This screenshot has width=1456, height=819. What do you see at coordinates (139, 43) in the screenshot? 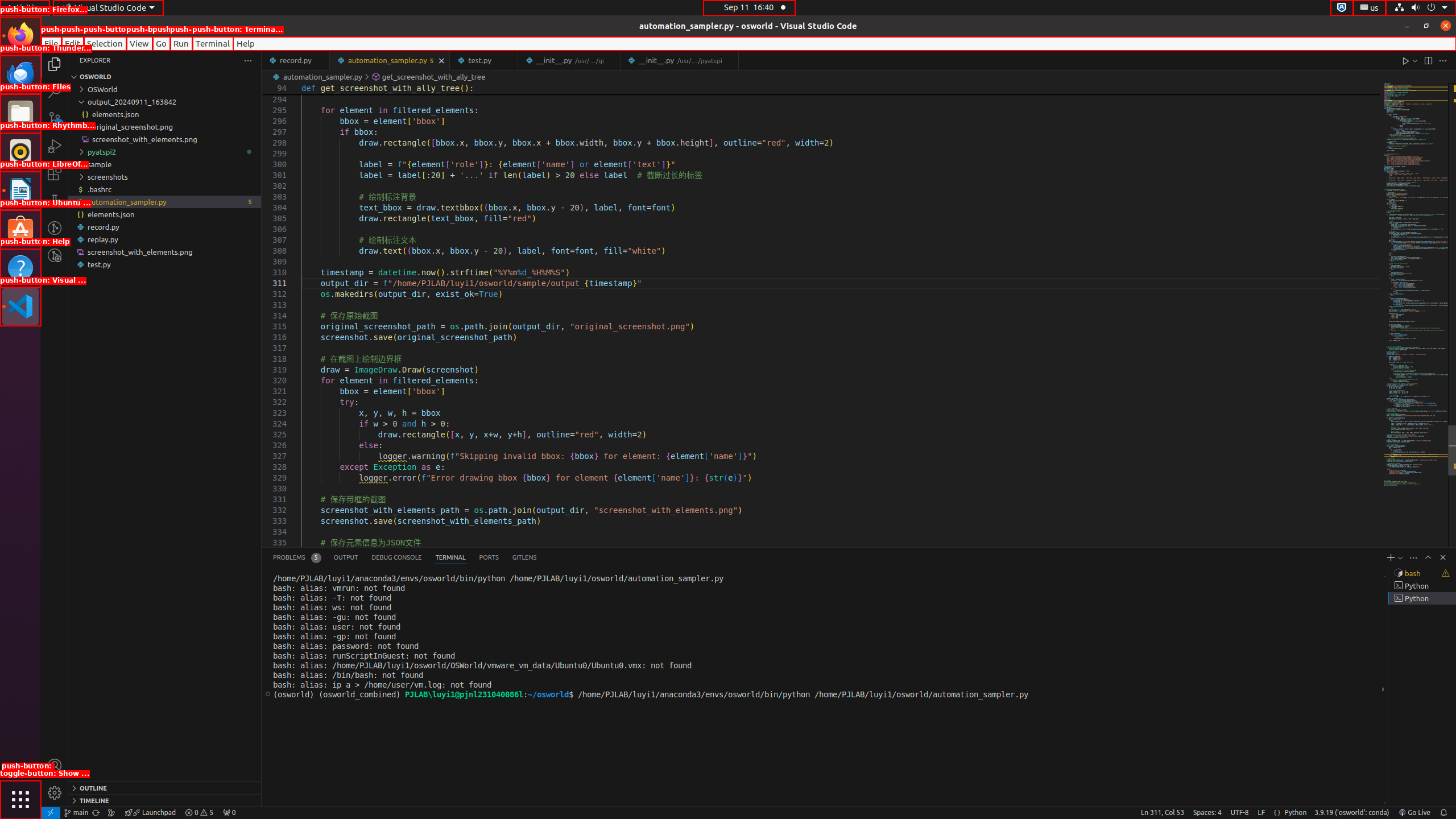
I see `'View'` at bounding box center [139, 43].